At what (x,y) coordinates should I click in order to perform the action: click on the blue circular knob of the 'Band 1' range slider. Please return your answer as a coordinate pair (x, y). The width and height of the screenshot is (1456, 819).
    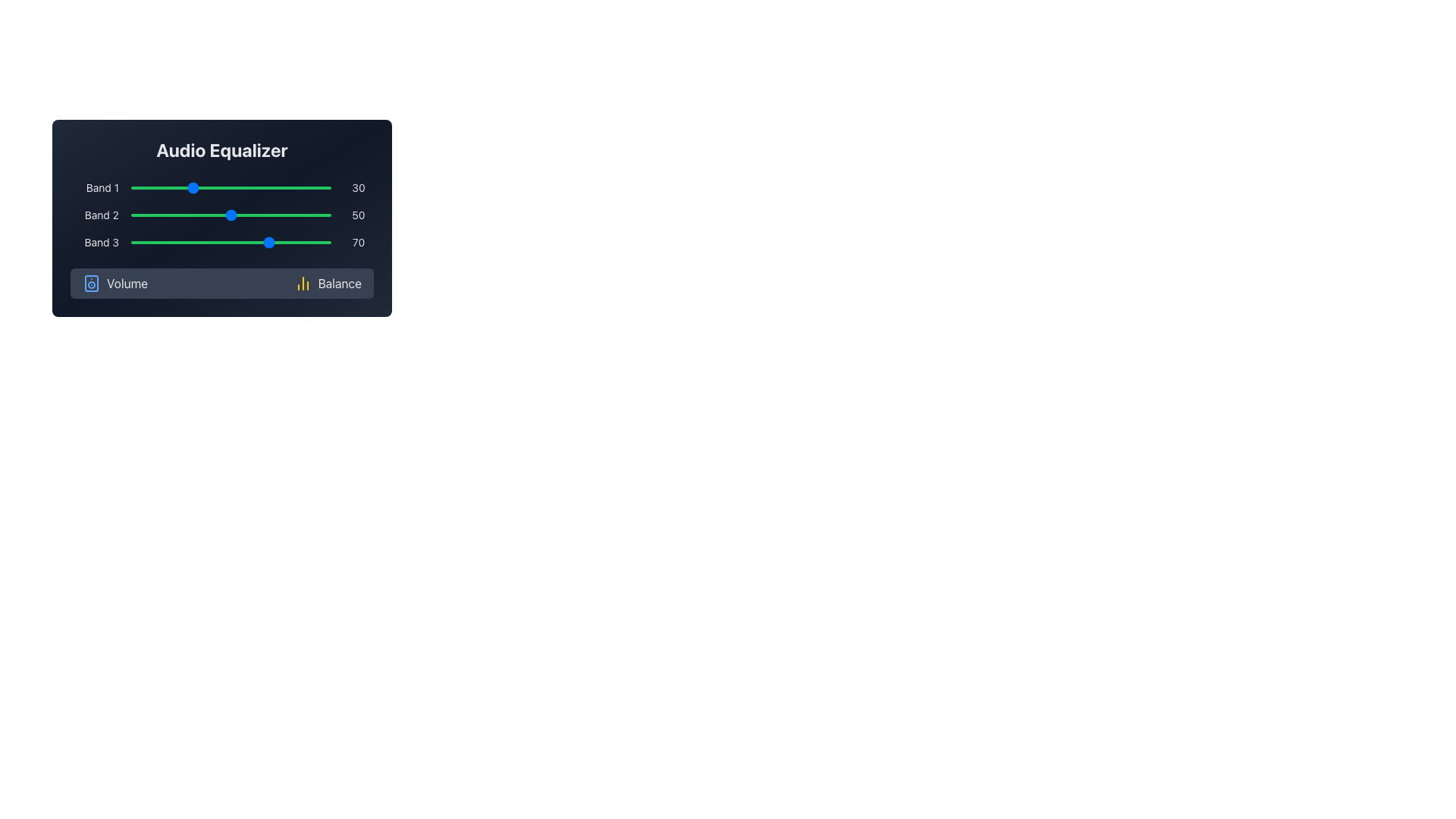
    Looking at the image, I should click on (221, 187).